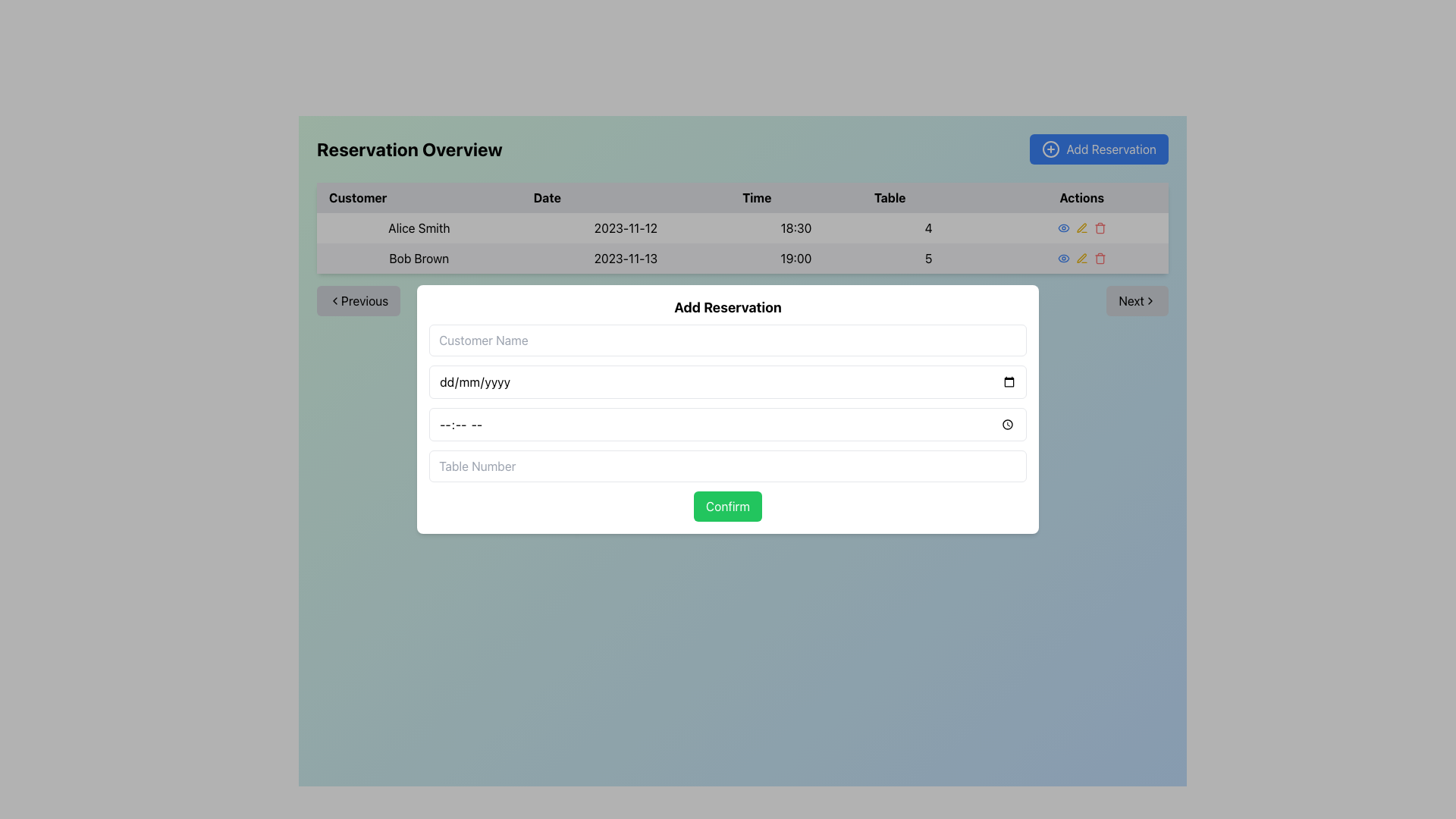  What do you see at coordinates (795, 227) in the screenshot?
I see `the Text Label displaying '18:30' in bold, black font, which is part of the reservation details row aligned with 'Alice Smith' and '2023-11-12'` at bounding box center [795, 227].